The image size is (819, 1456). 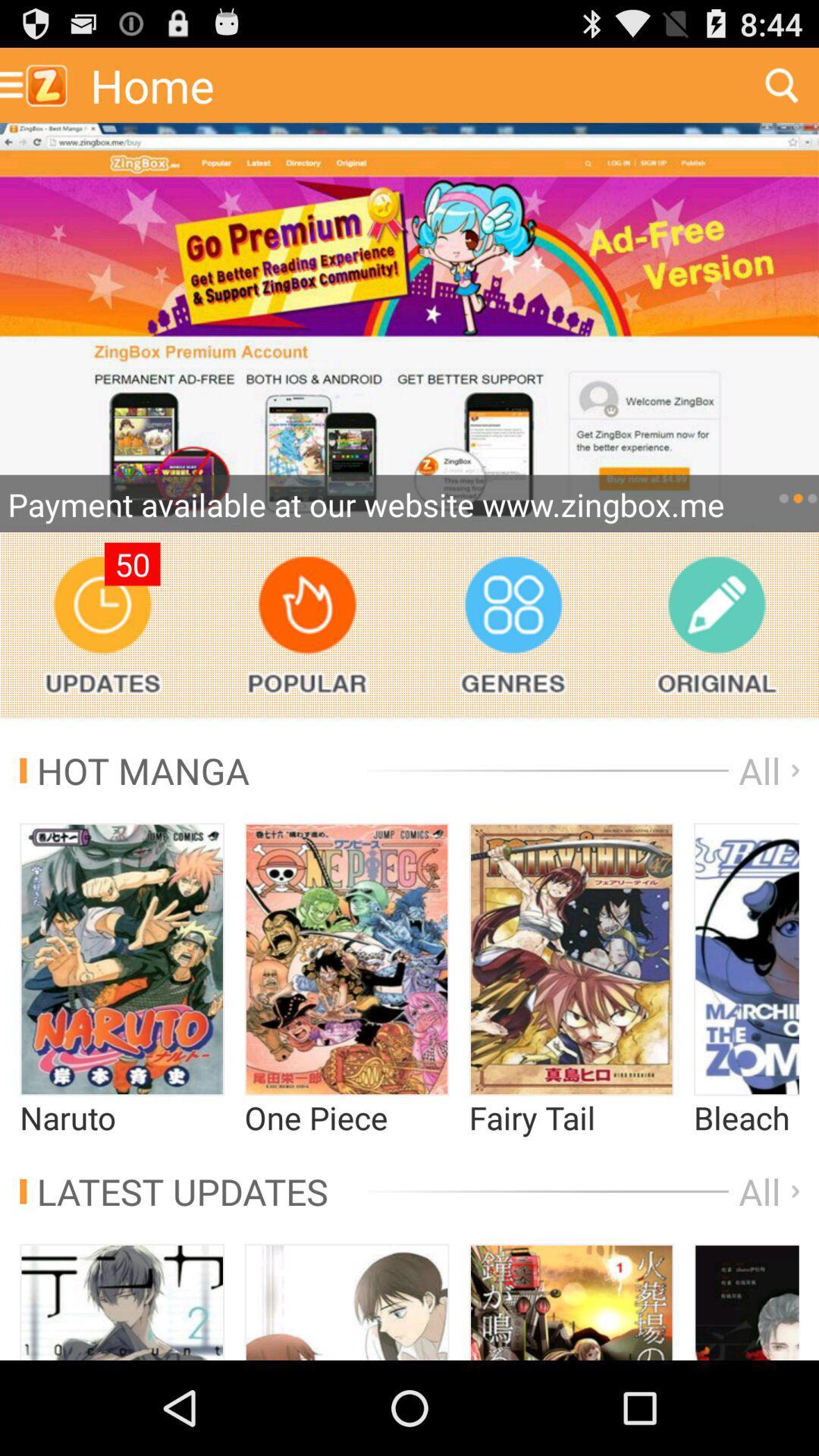 I want to click on the icon next to the all app, so click(x=173, y=1191).